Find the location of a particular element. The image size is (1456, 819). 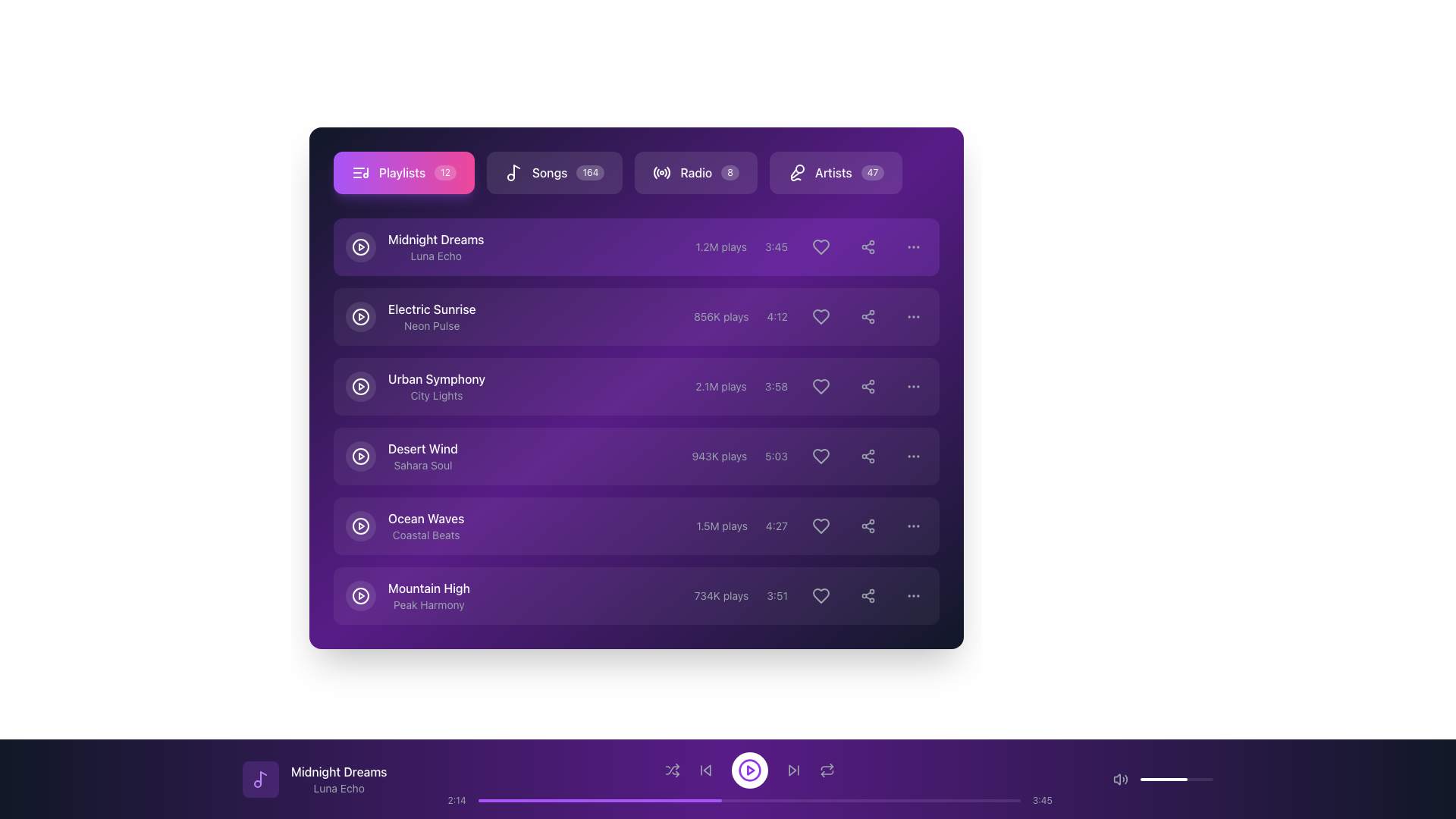

the graphical icon representing a musical note's staff, located in the bottom left corner of the application interface near playback controls is located at coordinates (263, 778).